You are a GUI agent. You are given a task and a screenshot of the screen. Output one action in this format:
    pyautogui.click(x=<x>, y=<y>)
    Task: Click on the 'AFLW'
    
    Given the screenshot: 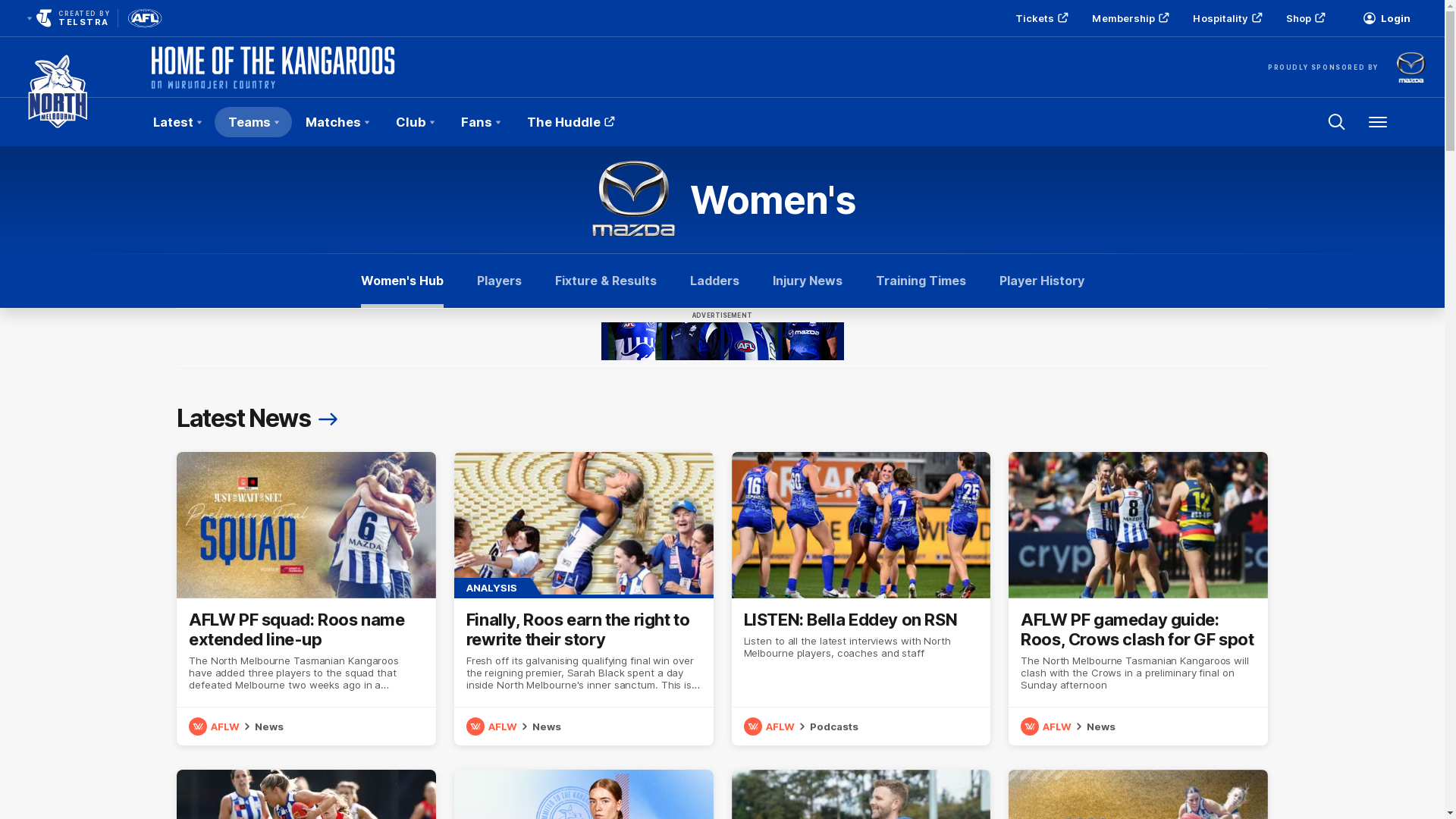 What is the action you would take?
    pyautogui.click(x=494, y=725)
    